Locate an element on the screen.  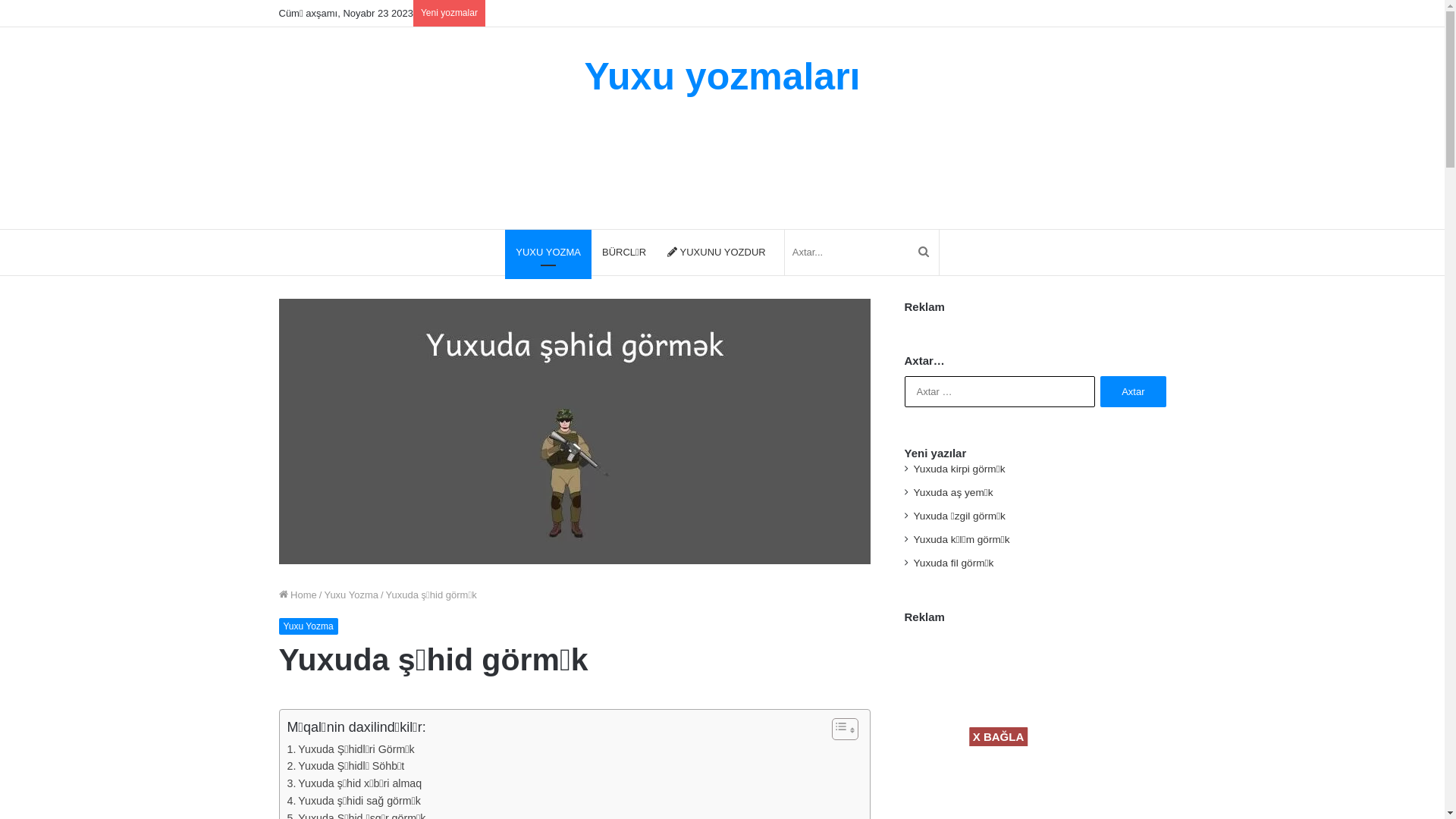
'YUXUNU YOZDUR' is located at coordinates (656, 251).